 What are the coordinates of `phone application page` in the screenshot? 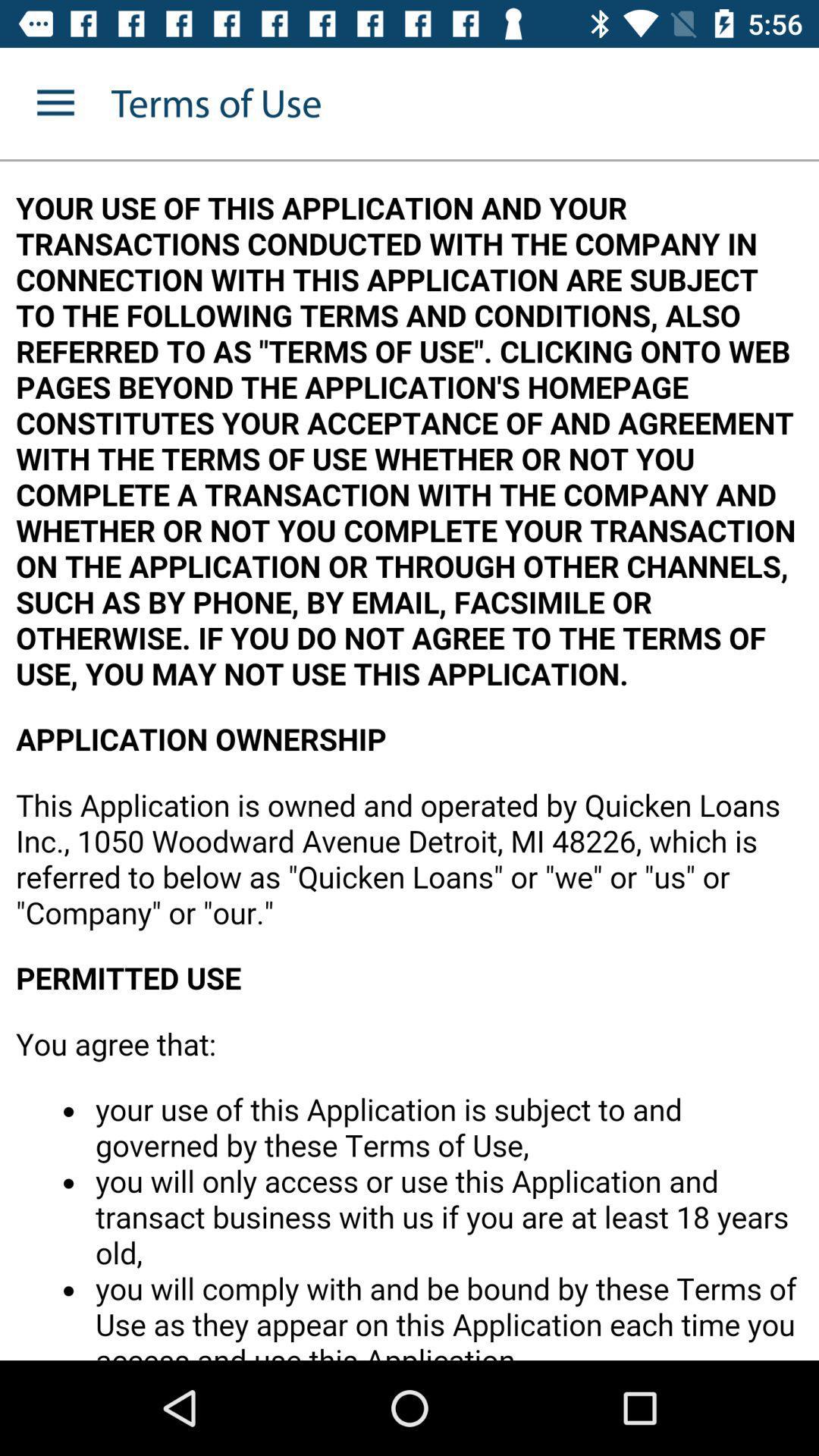 It's located at (409, 761).